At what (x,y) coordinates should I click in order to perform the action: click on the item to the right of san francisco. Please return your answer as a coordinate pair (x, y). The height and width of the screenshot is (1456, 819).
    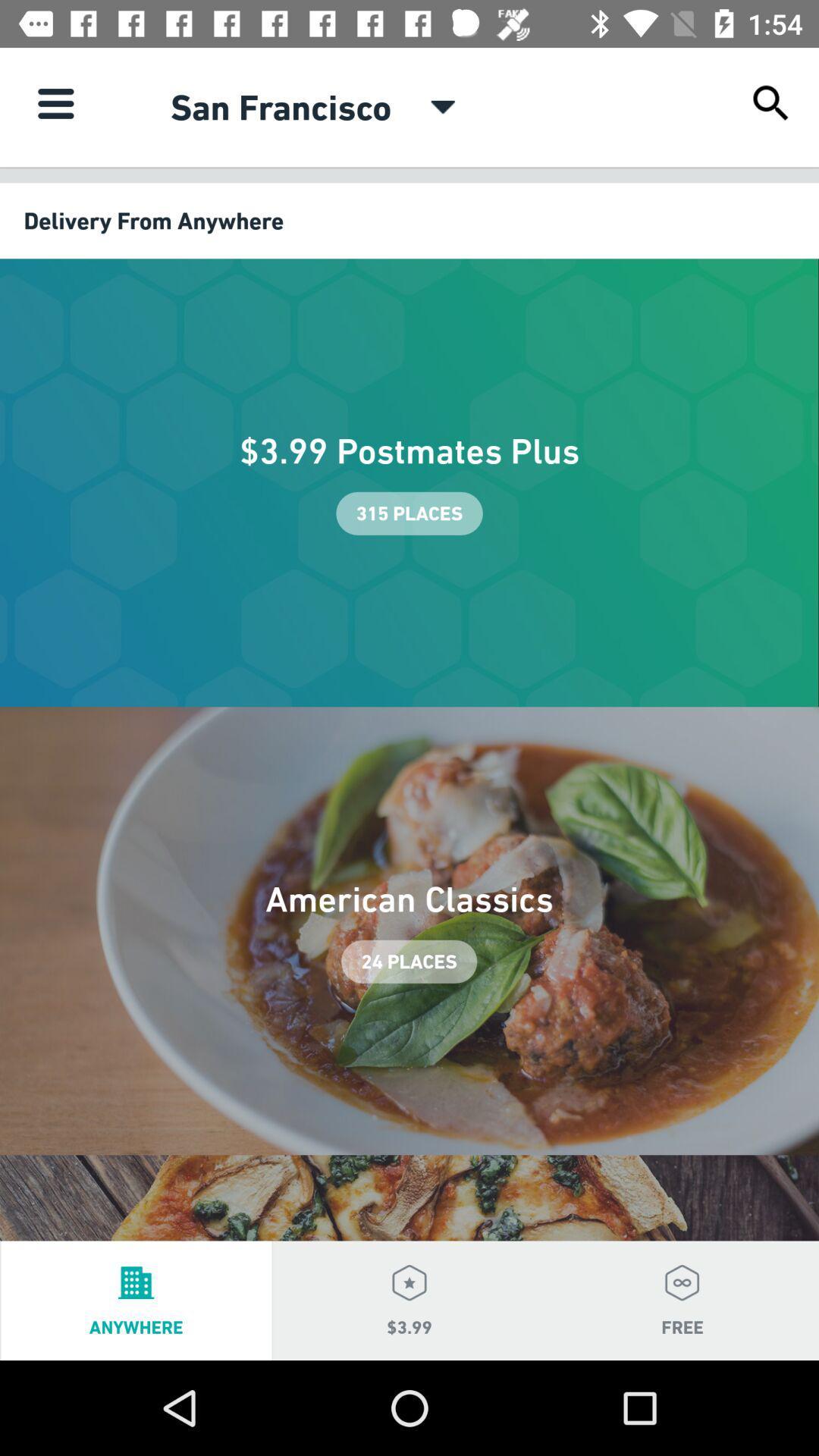
    Looking at the image, I should click on (443, 106).